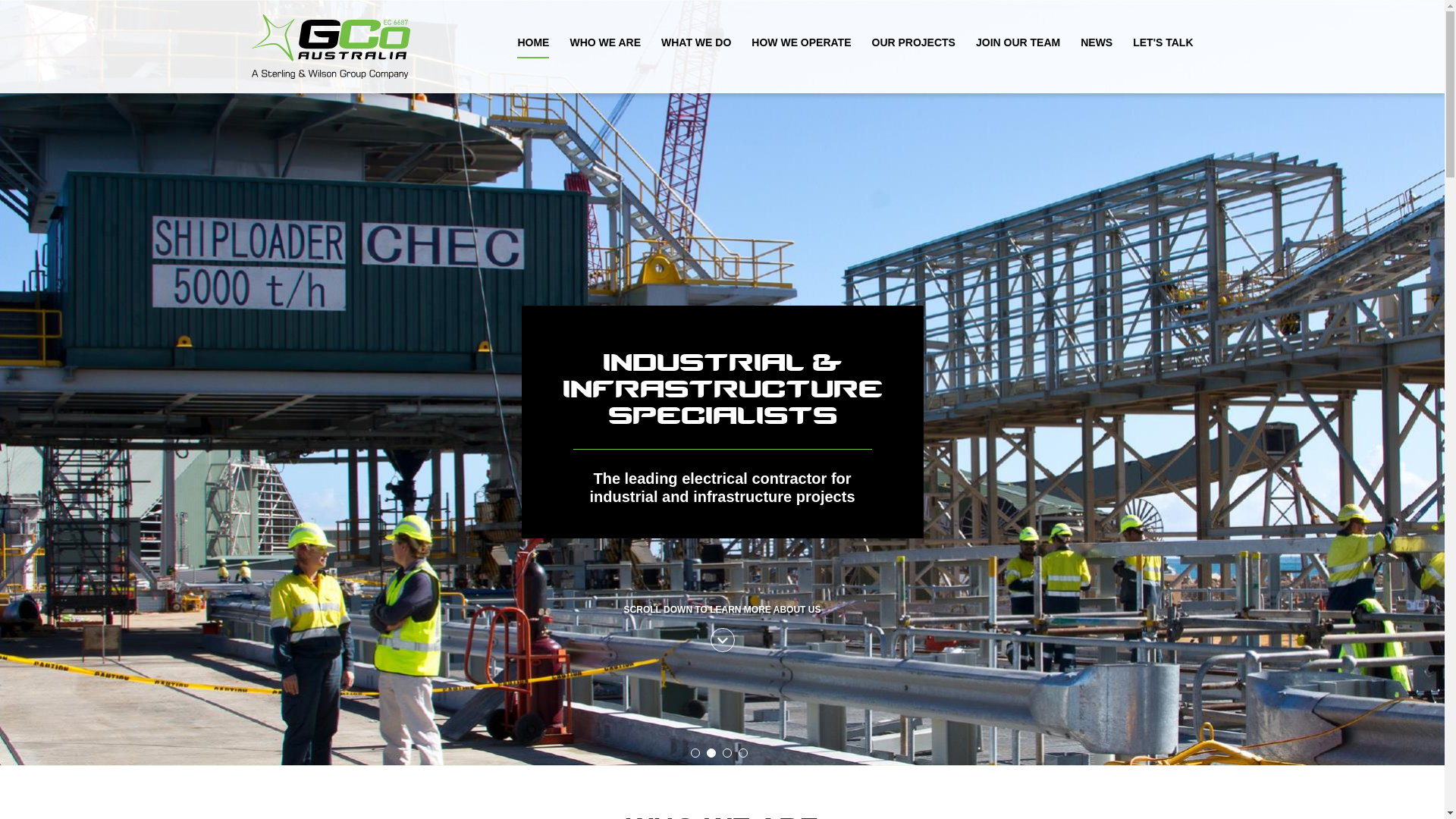 This screenshot has width=1456, height=819. Describe the element at coordinates (604, 42) in the screenshot. I see `'WHO WE ARE'` at that location.